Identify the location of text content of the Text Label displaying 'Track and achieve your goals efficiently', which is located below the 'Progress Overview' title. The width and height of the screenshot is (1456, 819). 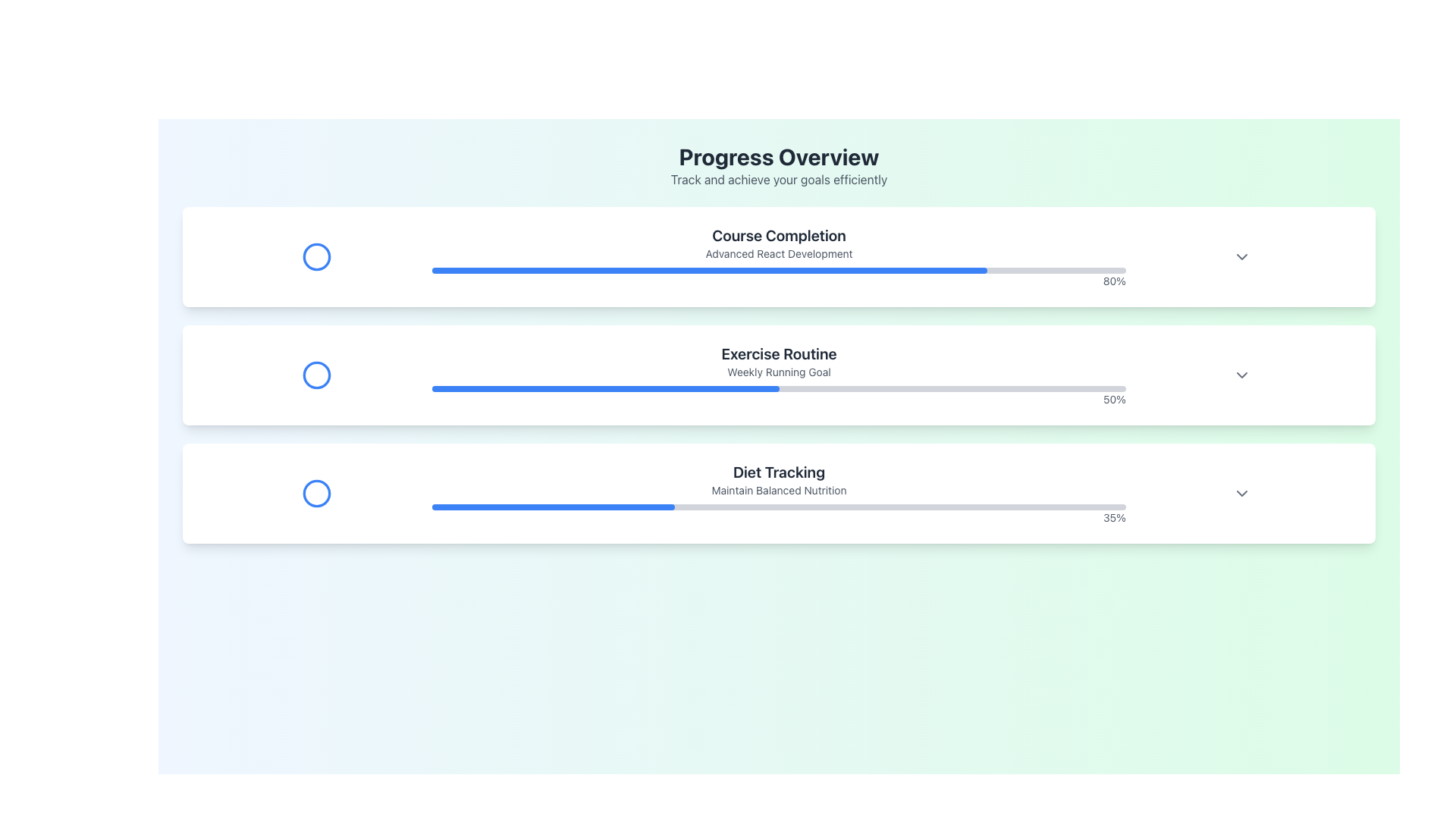
(779, 178).